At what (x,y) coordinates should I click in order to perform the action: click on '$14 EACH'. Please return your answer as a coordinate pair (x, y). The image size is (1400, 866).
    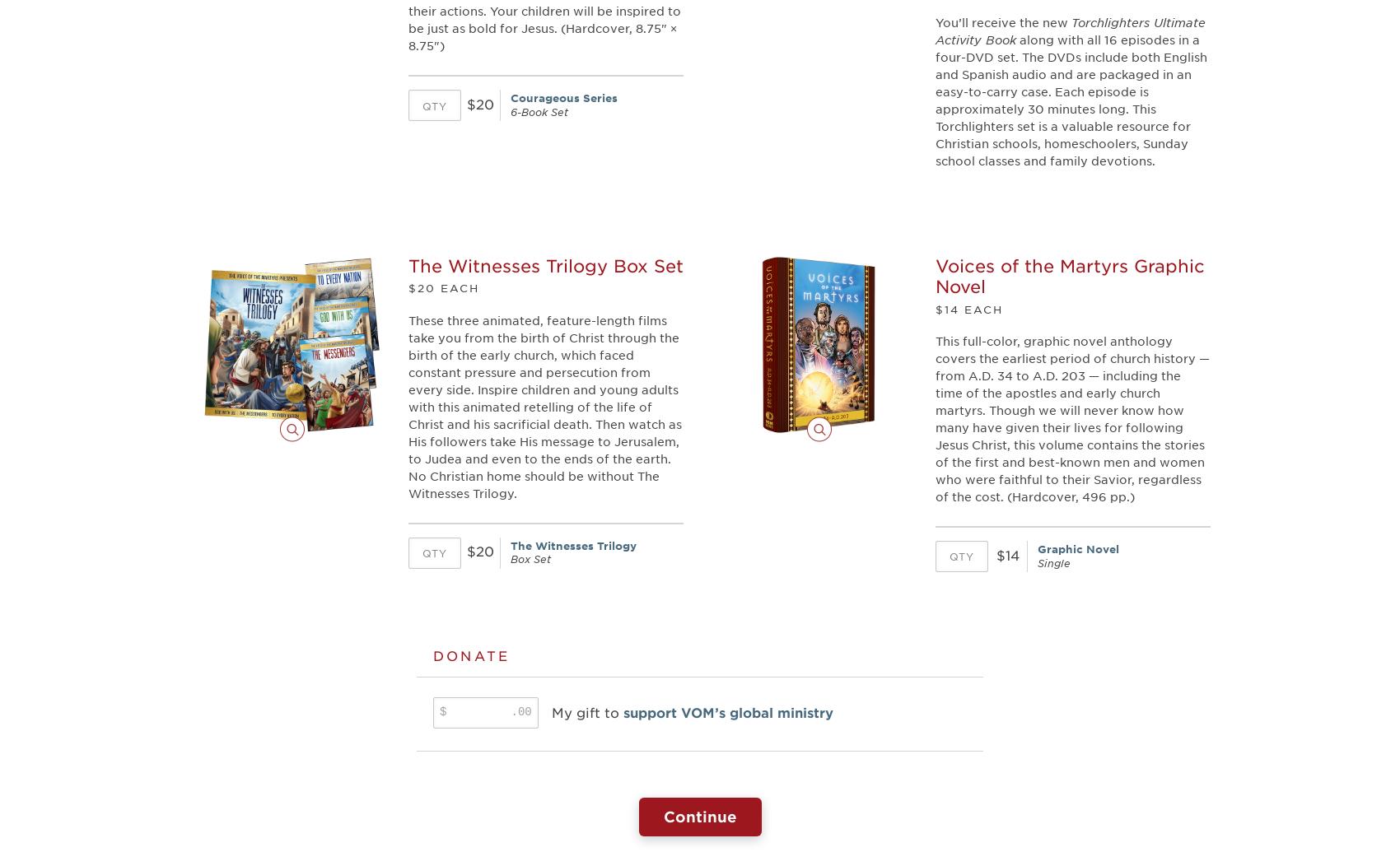
    Looking at the image, I should click on (968, 309).